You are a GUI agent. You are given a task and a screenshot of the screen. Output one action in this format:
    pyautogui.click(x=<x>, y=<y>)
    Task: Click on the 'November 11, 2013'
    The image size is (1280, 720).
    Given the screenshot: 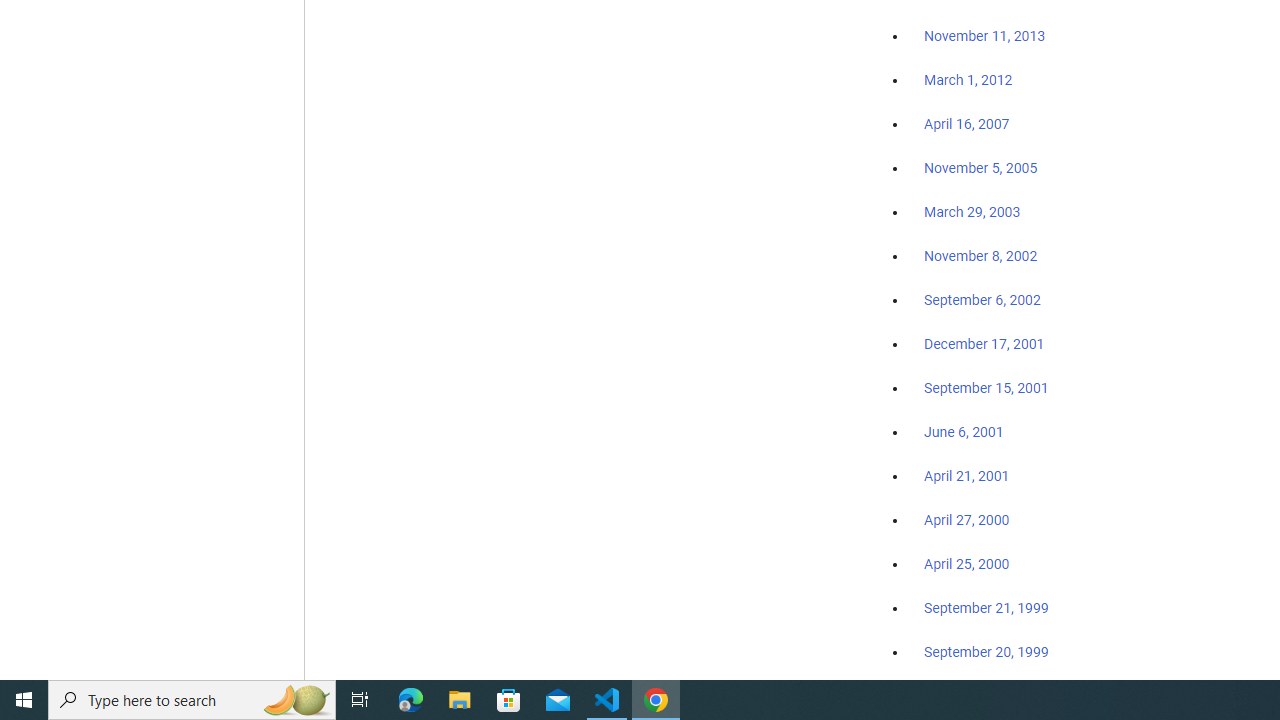 What is the action you would take?
    pyautogui.click(x=984, y=37)
    